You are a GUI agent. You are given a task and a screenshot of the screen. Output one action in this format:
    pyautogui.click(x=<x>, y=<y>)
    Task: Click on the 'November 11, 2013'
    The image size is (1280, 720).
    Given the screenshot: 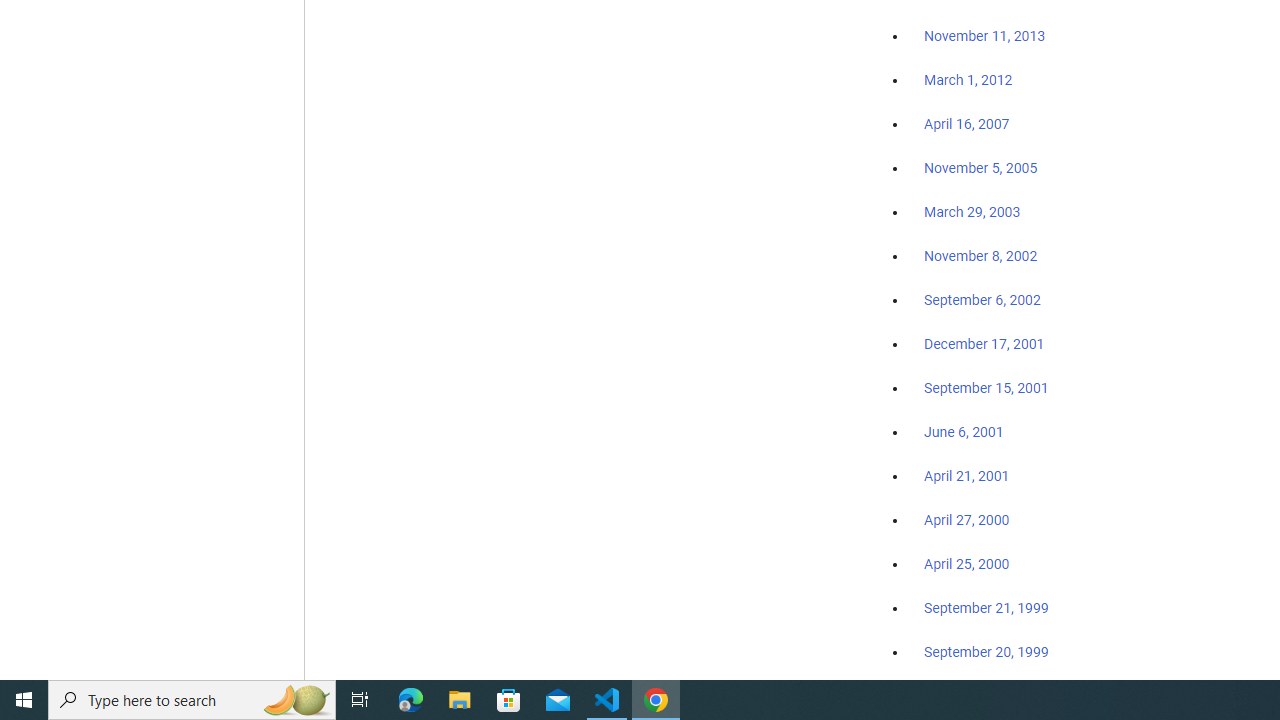 What is the action you would take?
    pyautogui.click(x=984, y=37)
    